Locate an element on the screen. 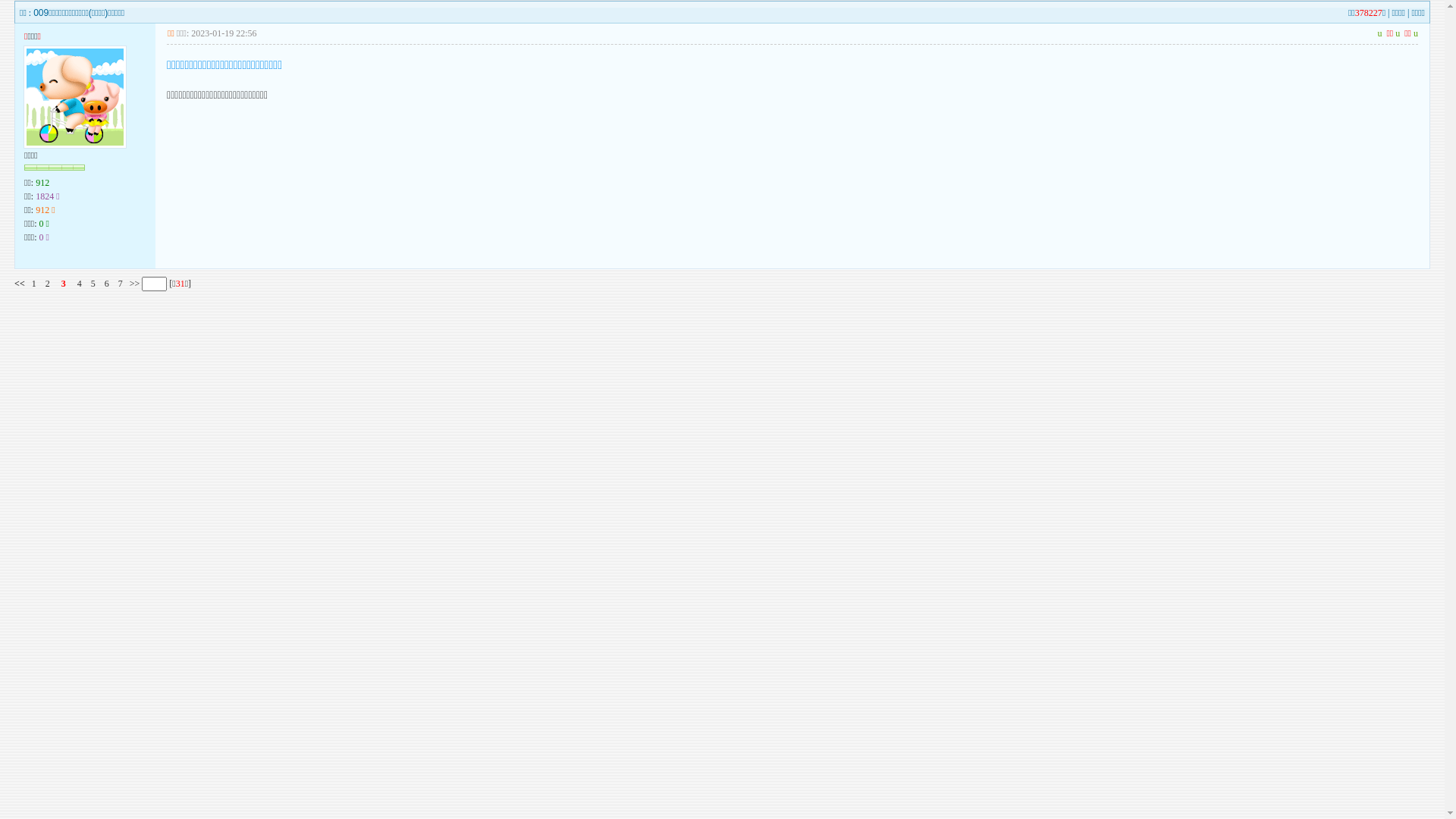 The height and width of the screenshot is (819, 1456). '2' is located at coordinates (47, 284).